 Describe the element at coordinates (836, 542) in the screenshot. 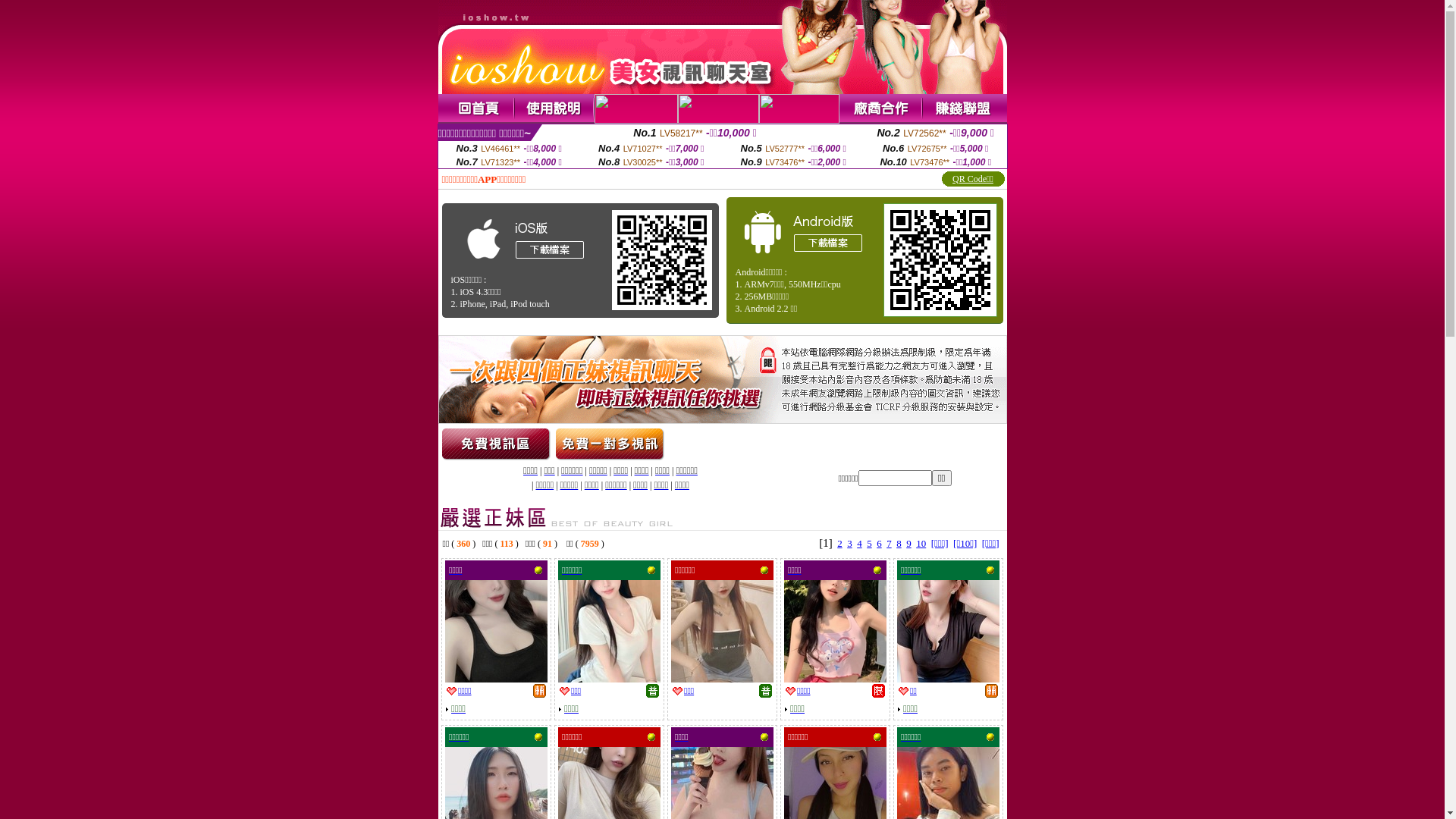

I see `'2'` at that location.